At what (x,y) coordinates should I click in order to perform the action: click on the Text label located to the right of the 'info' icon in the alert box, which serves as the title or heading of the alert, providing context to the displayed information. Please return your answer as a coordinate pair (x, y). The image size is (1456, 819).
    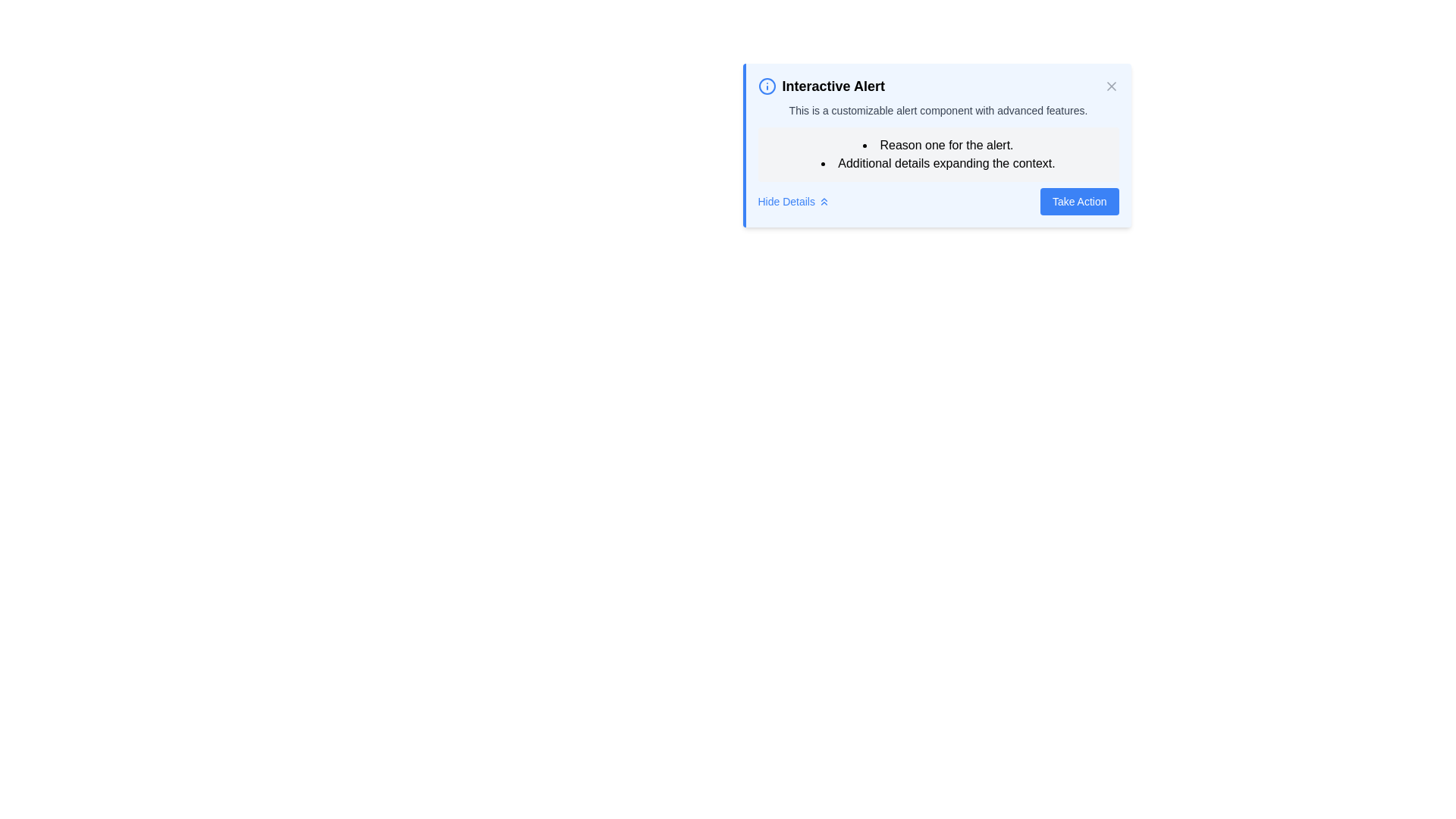
    Looking at the image, I should click on (833, 86).